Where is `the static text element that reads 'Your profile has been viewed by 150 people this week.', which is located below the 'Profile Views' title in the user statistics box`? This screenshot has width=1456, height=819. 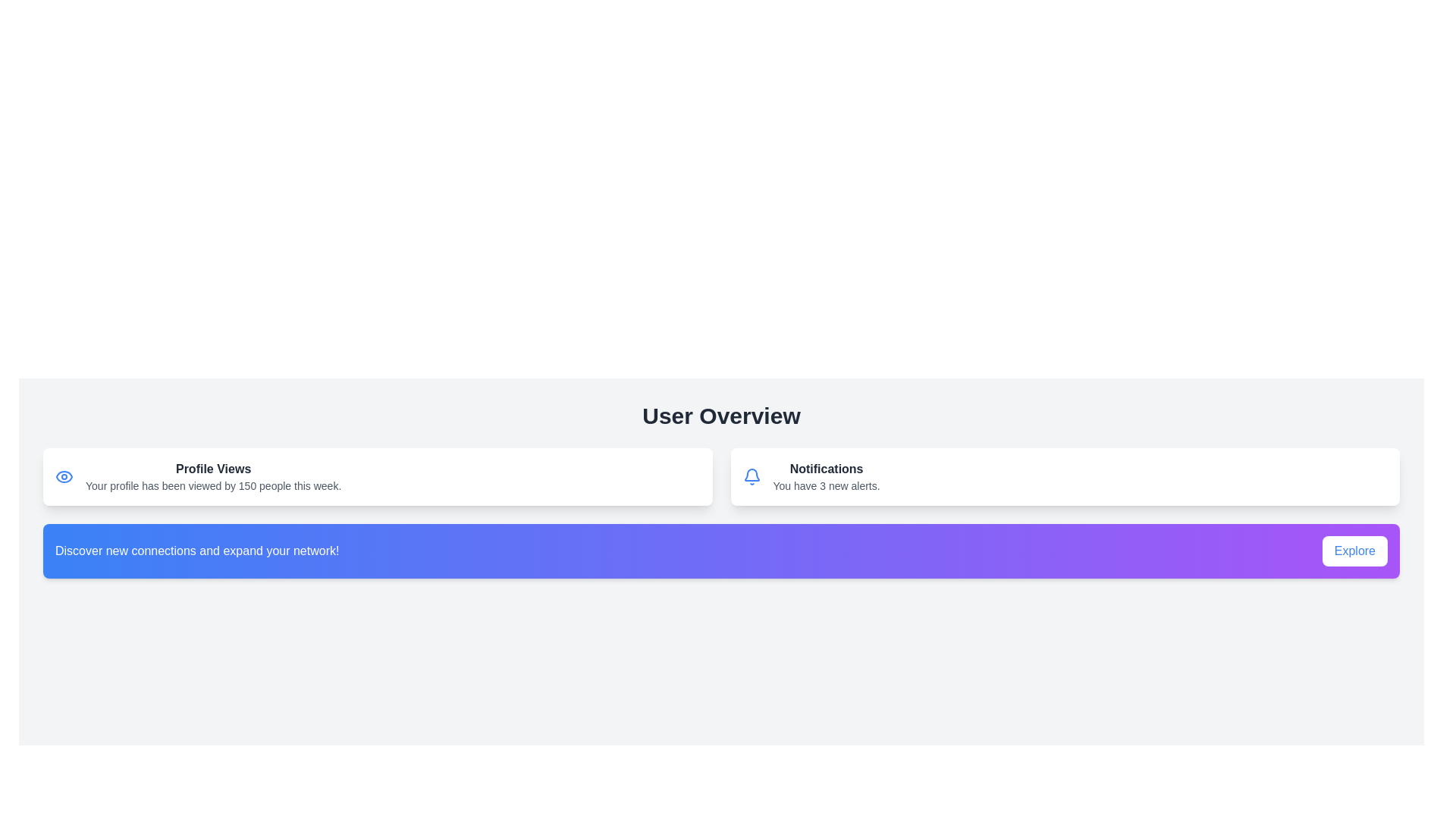 the static text element that reads 'Your profile has been viewed by 150 people this week.', which is located below the 'Profile Views' title in the user statistics box is located at coordinates (212, 485).